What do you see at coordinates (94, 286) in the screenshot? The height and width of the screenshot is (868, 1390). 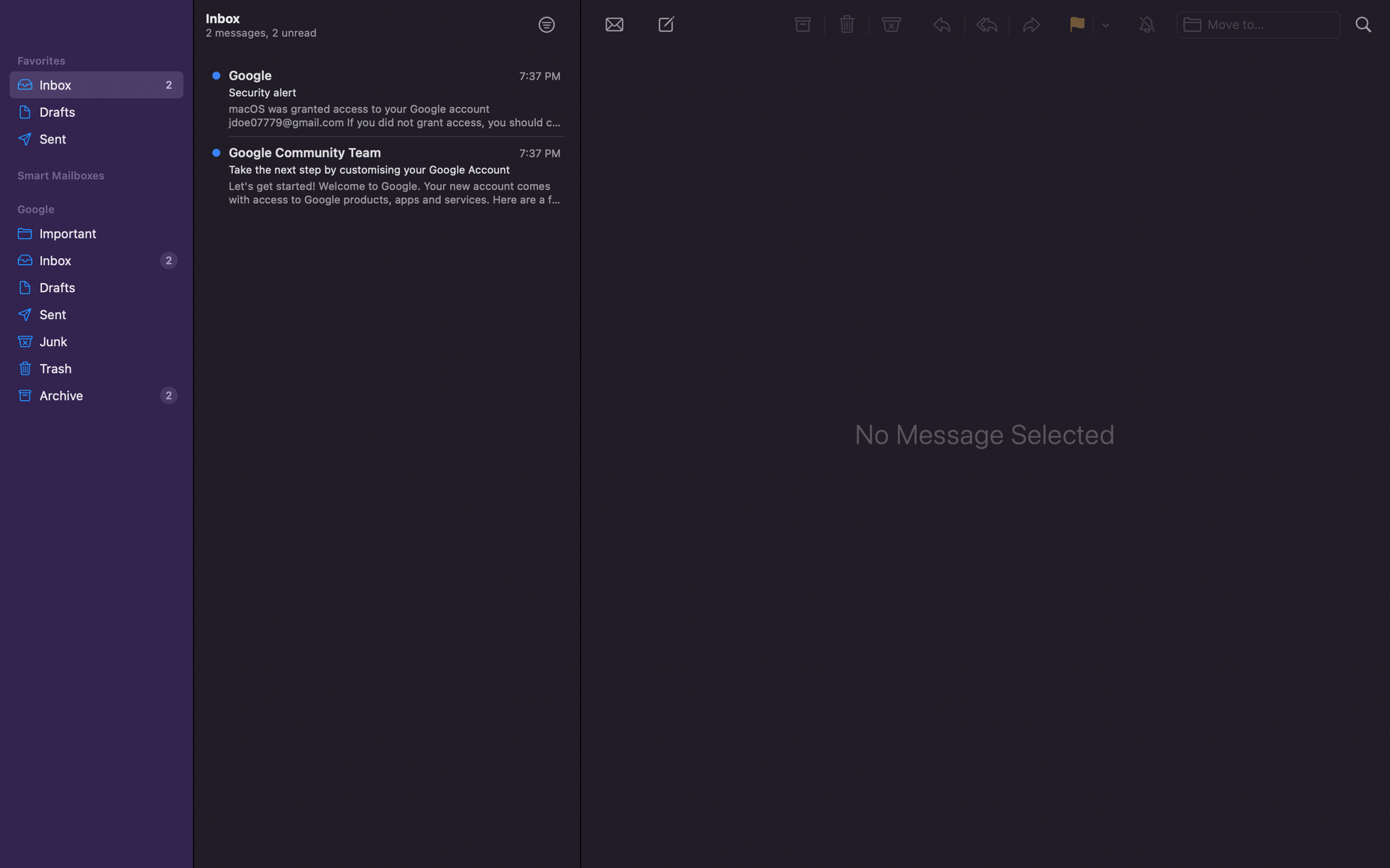 I see `the option for accessing the drafts` at bounding box center [94, 286].